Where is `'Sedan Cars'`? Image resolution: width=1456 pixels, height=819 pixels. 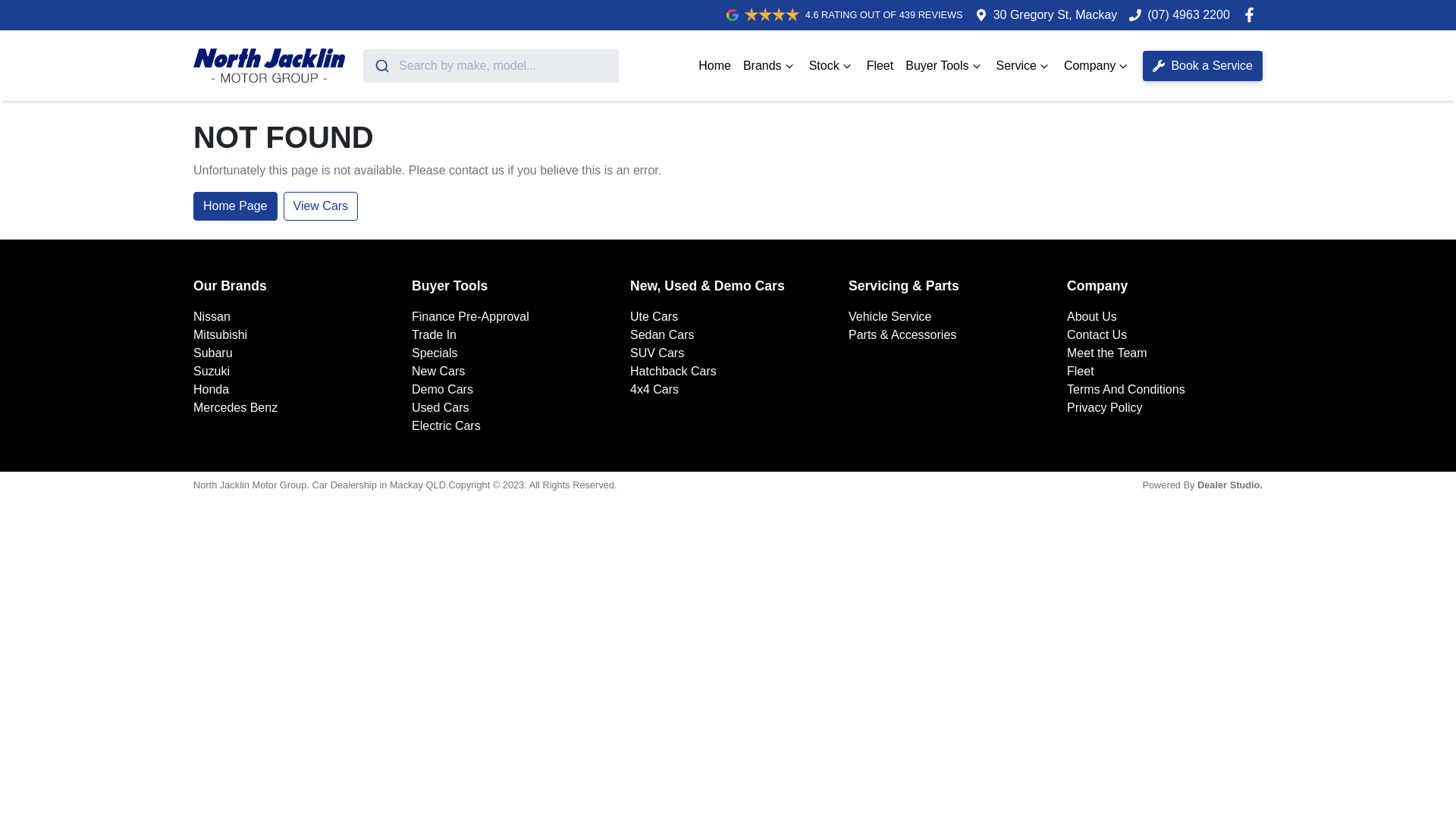 'Sedan Cars' is located at coordinates (662, 334).